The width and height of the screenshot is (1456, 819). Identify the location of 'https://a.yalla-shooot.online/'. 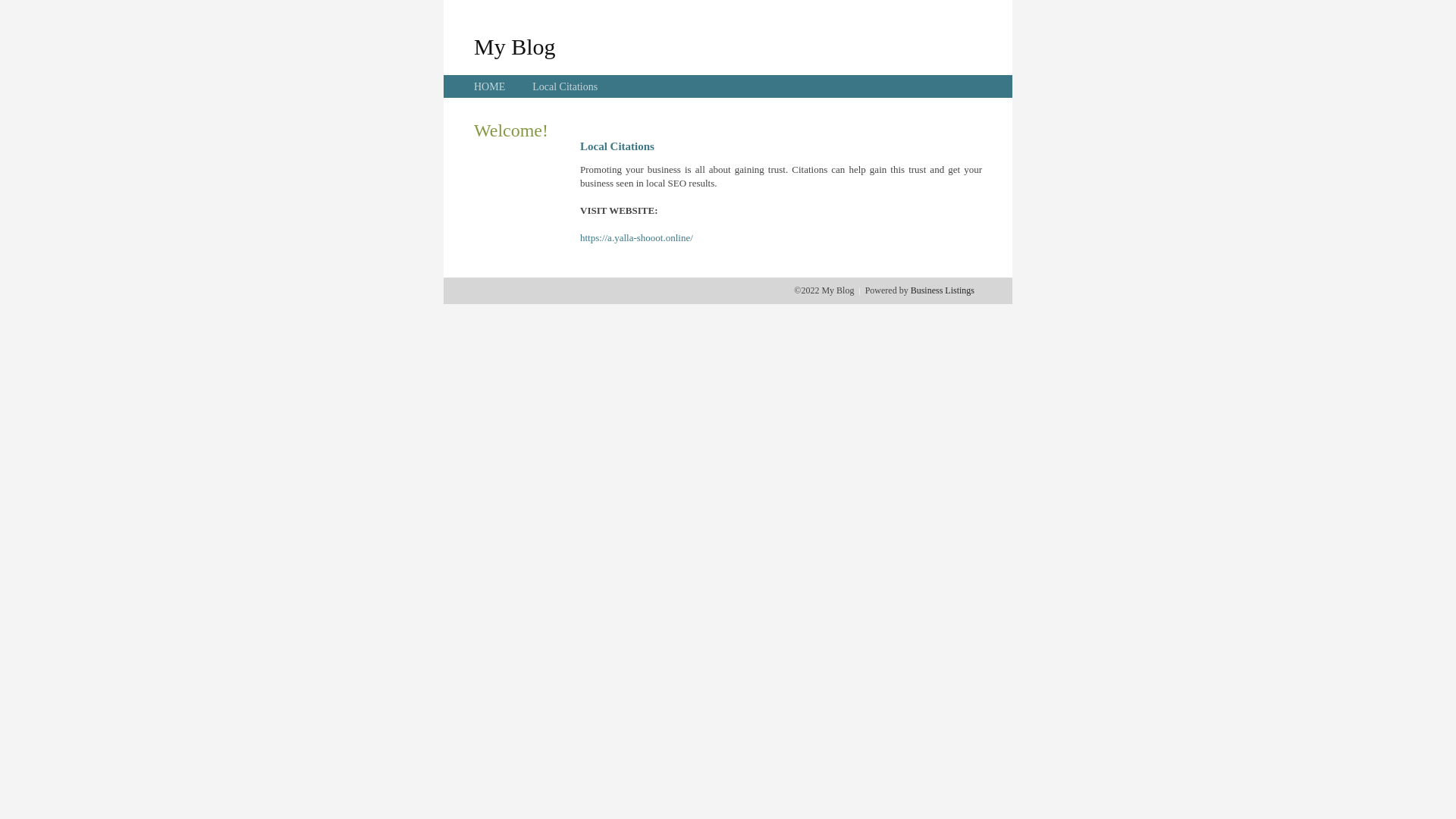
(636, 237).